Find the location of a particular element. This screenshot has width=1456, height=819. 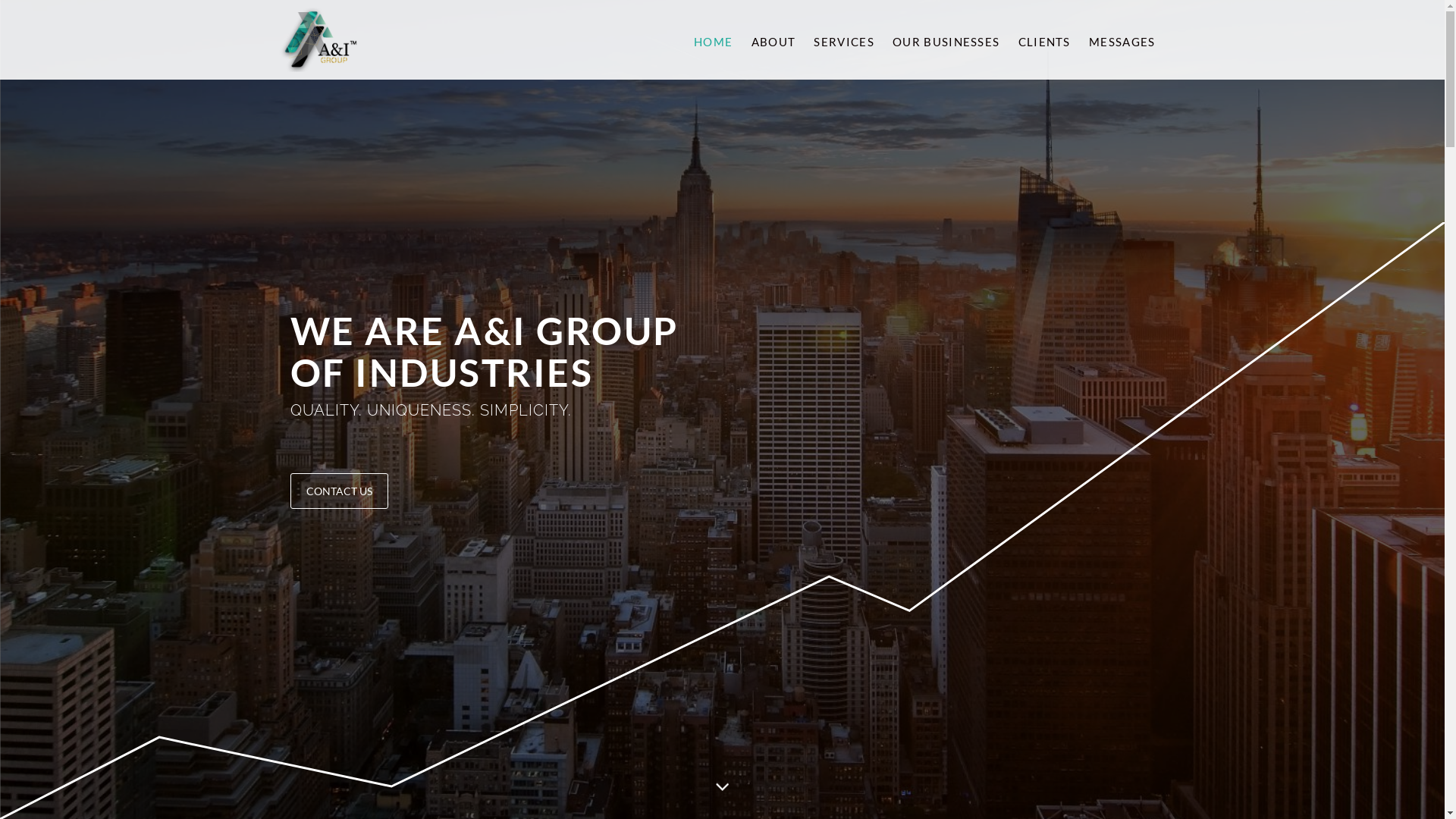

' SERVICES' is located at coordinates (841, 39).